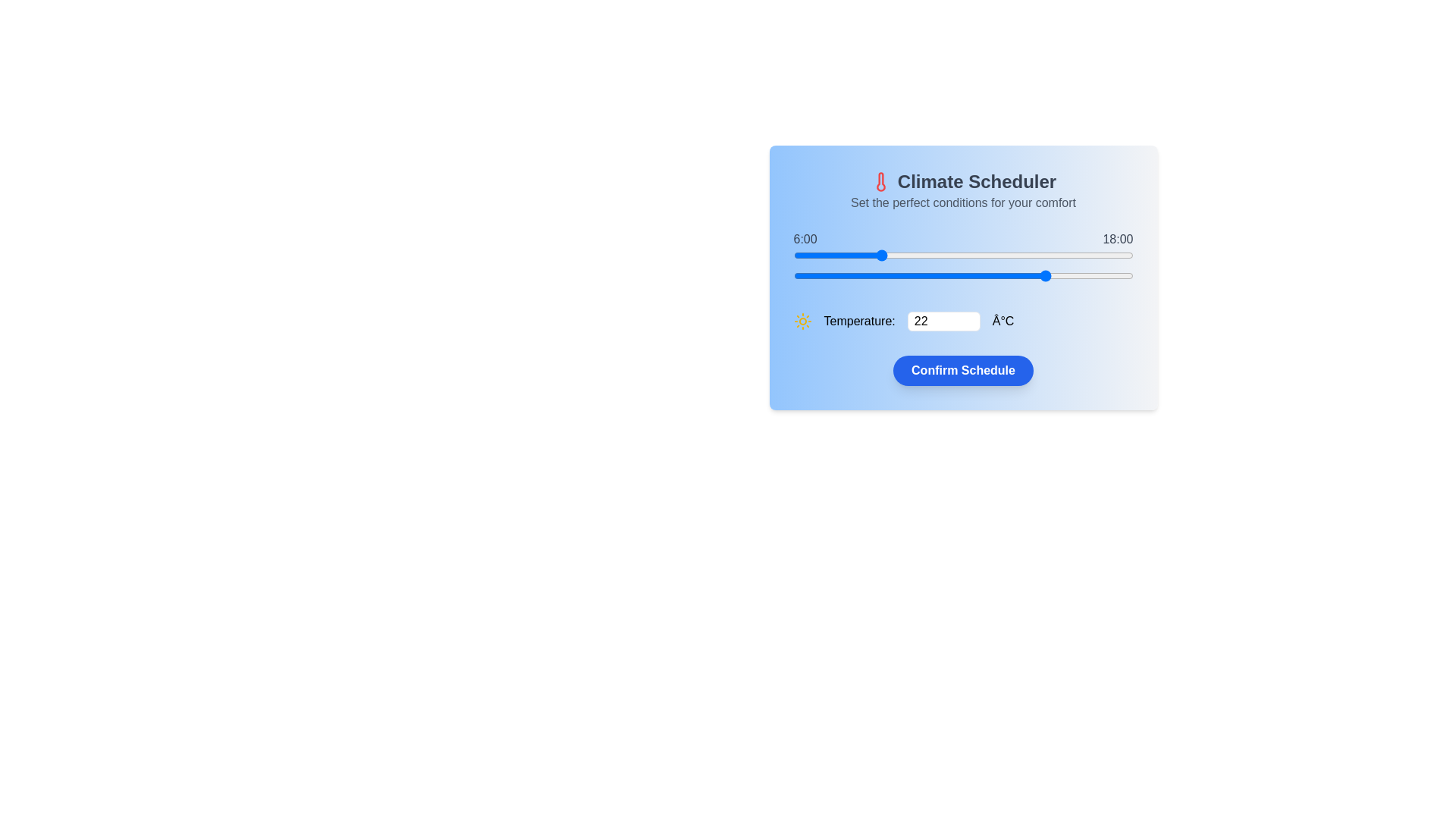 This screenshot has width=1456, height=819. Describe the element at coordinates (1006, 254) in the screenshot. I see `the time on the slider` at that location.